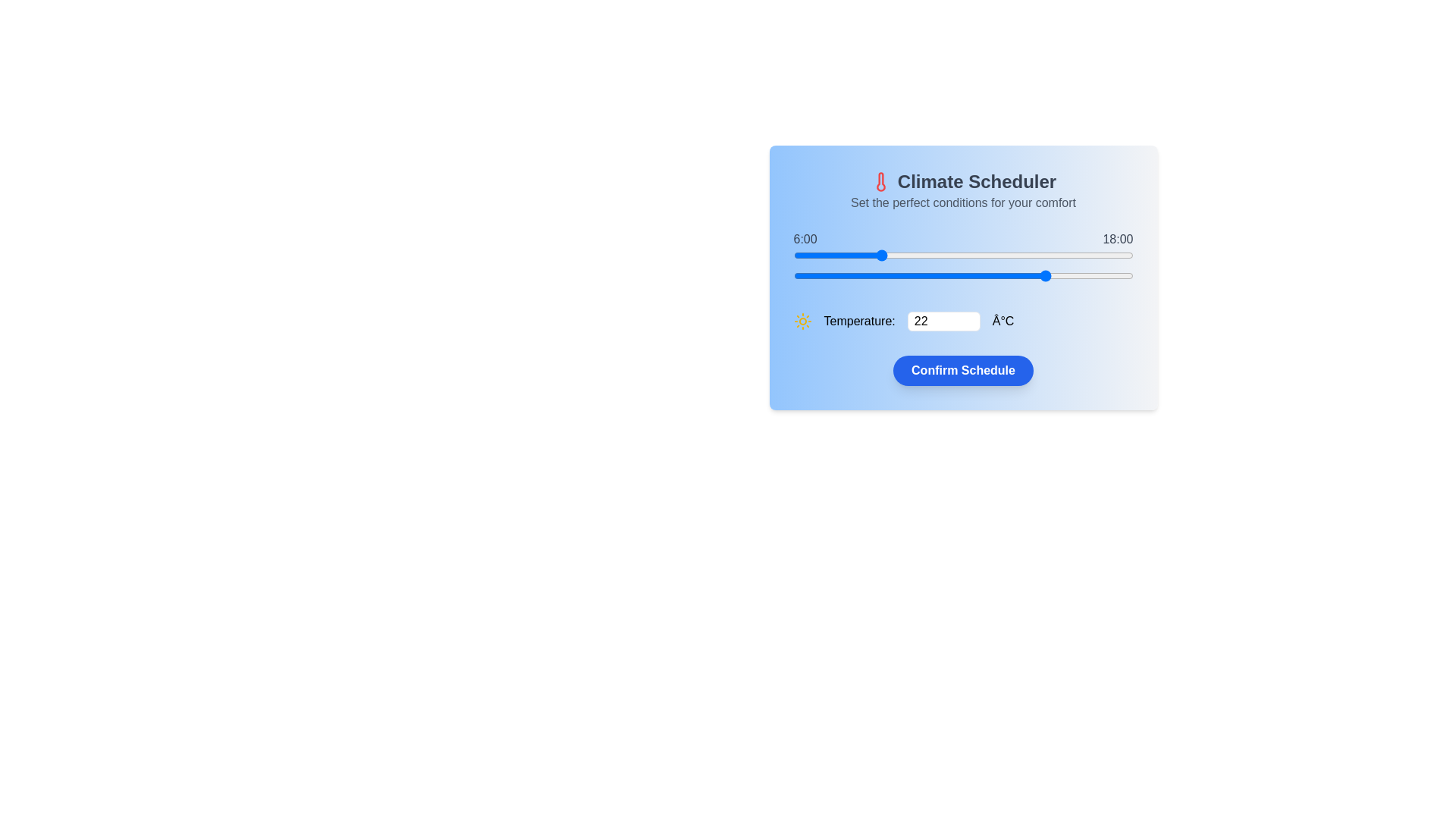 This screenshot has width=1456, height=819. Describe the element at coordinates (1006, 254) in the screenshot. I see `the time on the slider` at that location.